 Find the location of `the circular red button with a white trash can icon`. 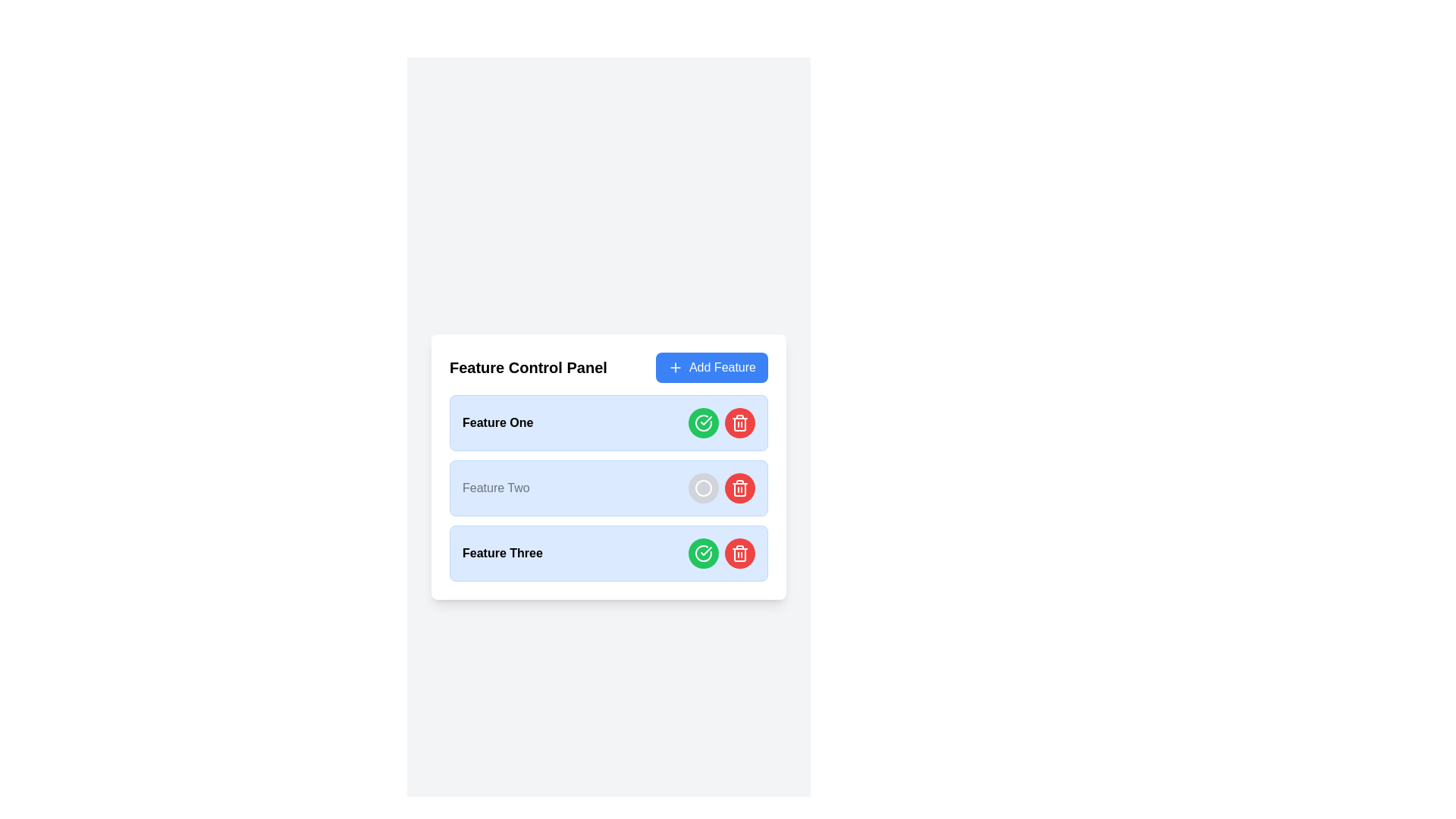

the circular red button with a white trash can icon is located at coordinates (739, 553).